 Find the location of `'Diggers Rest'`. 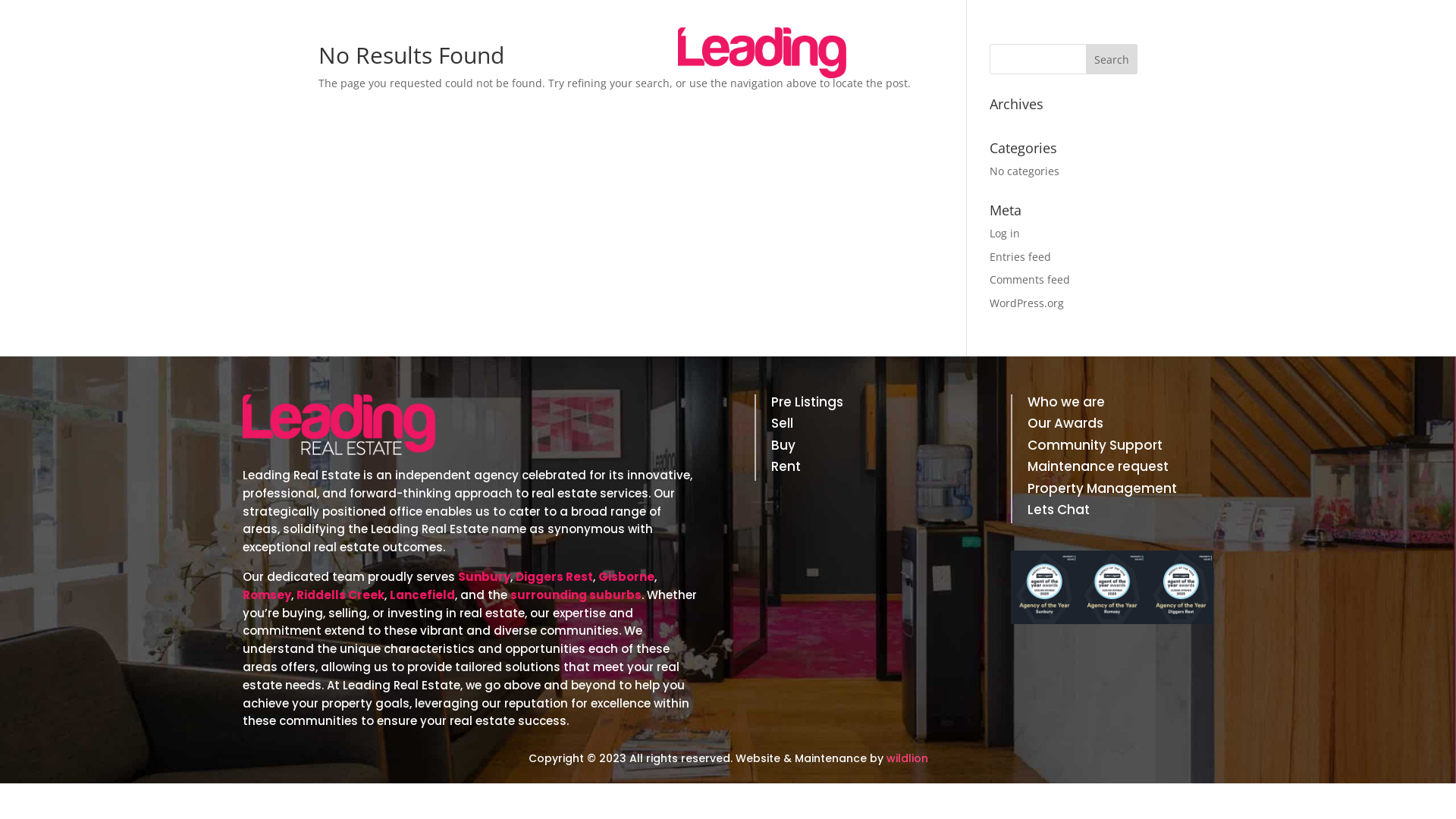

'Diggers Rest' is located at coordinates (553, 576).